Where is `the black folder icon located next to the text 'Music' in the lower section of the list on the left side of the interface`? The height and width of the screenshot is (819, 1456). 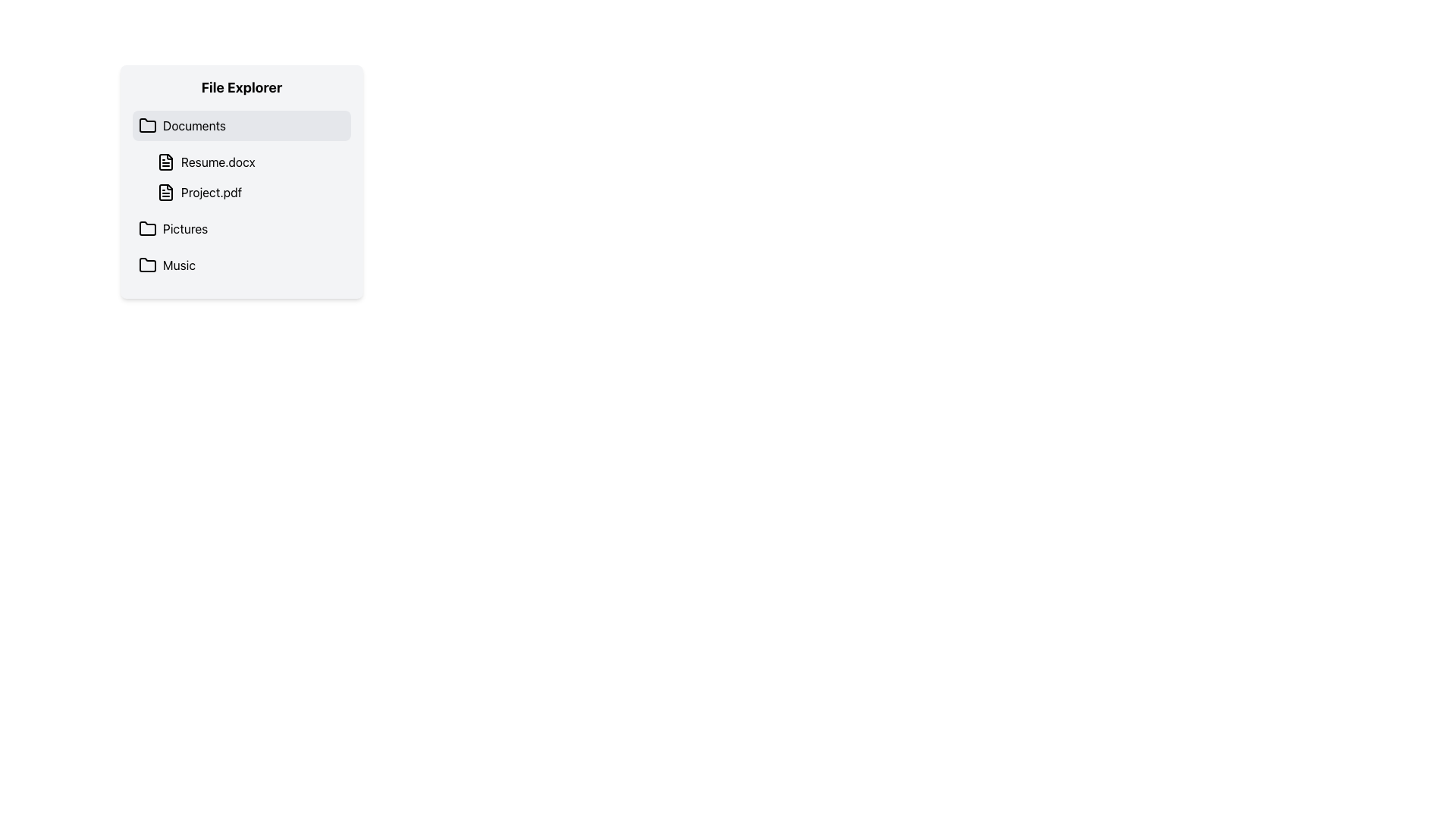 the black folder icon located next to the text 'Music' in the lower section of the list on the left side of the interface is located at coordinates (148, 265).